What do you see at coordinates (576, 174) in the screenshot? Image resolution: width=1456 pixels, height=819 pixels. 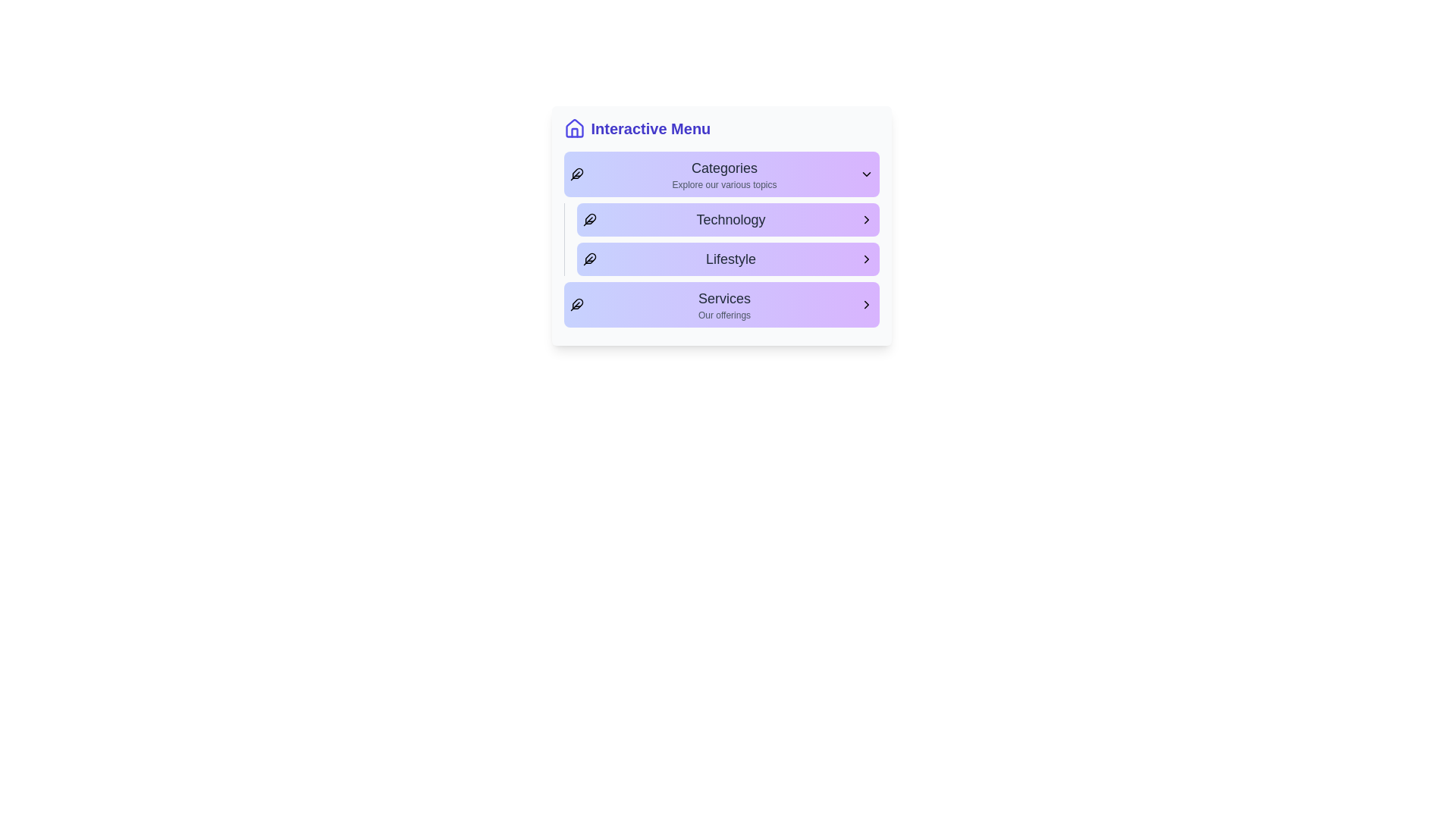 I see `the decorative icon in the 'Categories' section, located to the left of the text label for the first category` at bounding box center [576, 174].